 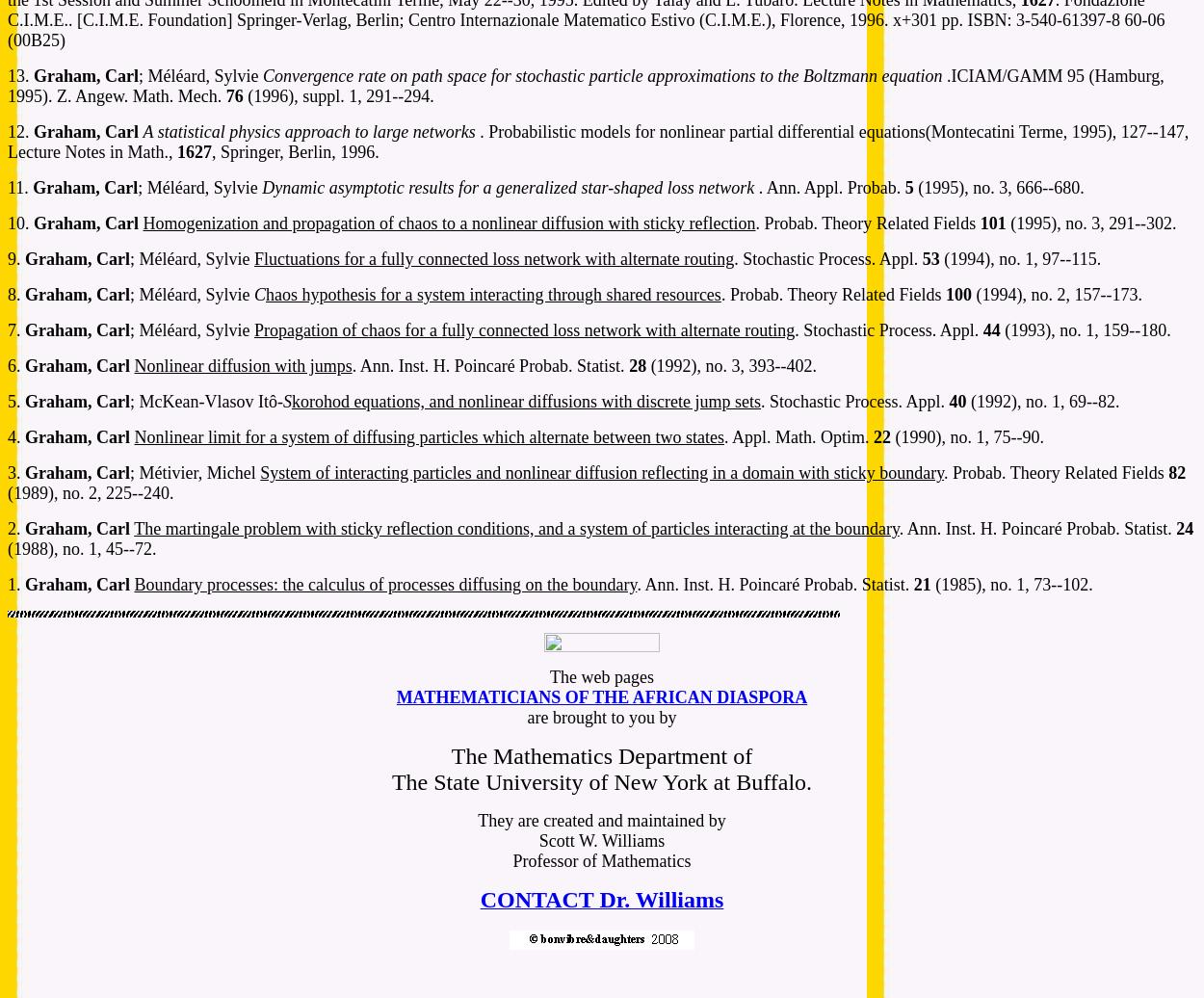 I want to click on '(1990), no. 1, 75--90.', so click(x=891, y=436).